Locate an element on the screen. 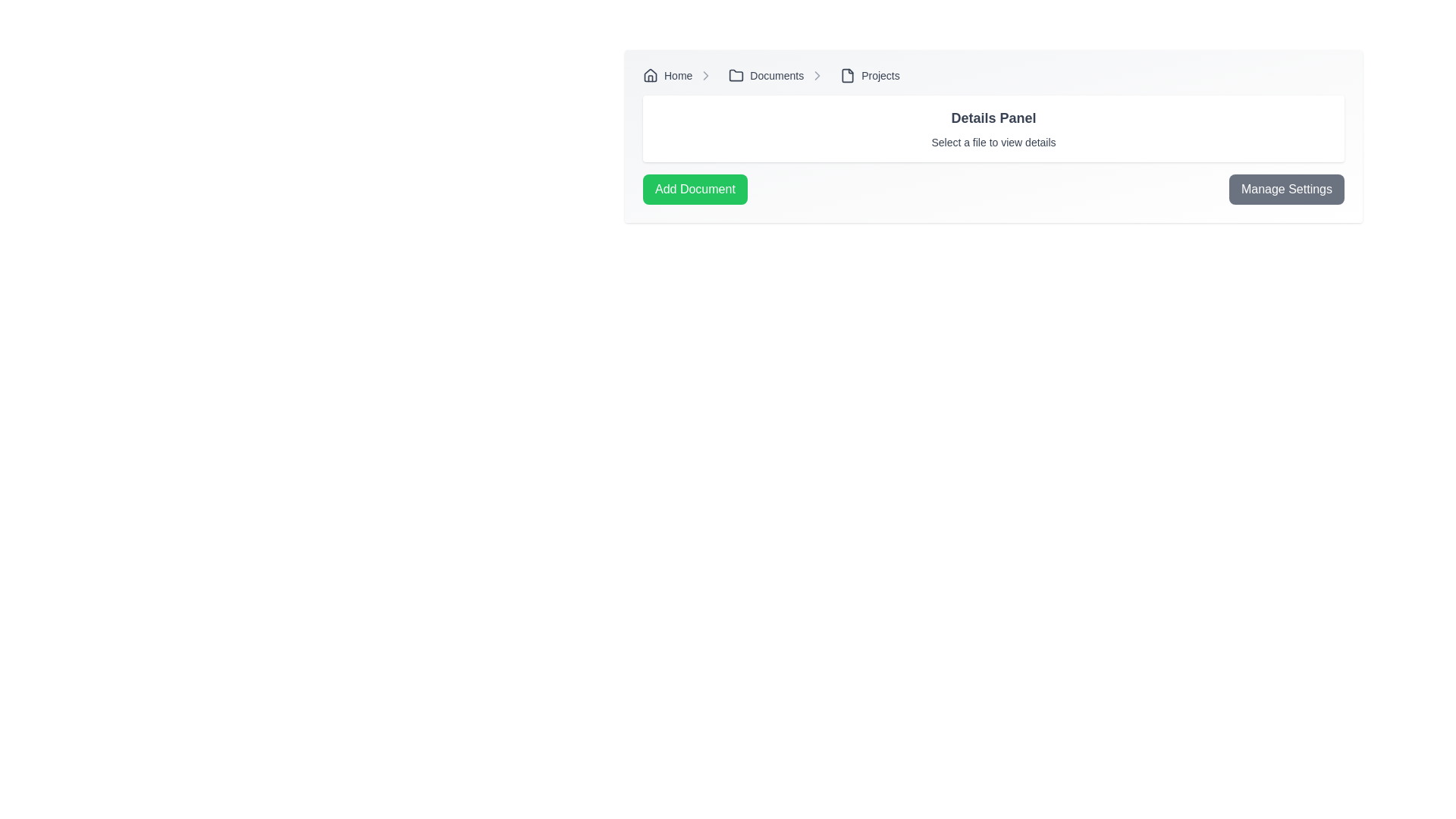 The width and height of the screenshot is (1456, 819). the small, house-shaped icon with a line art design located at the far left of the breadcrumb navigation bar, preceding the 'Home' text is located at coordinates (651, 76).